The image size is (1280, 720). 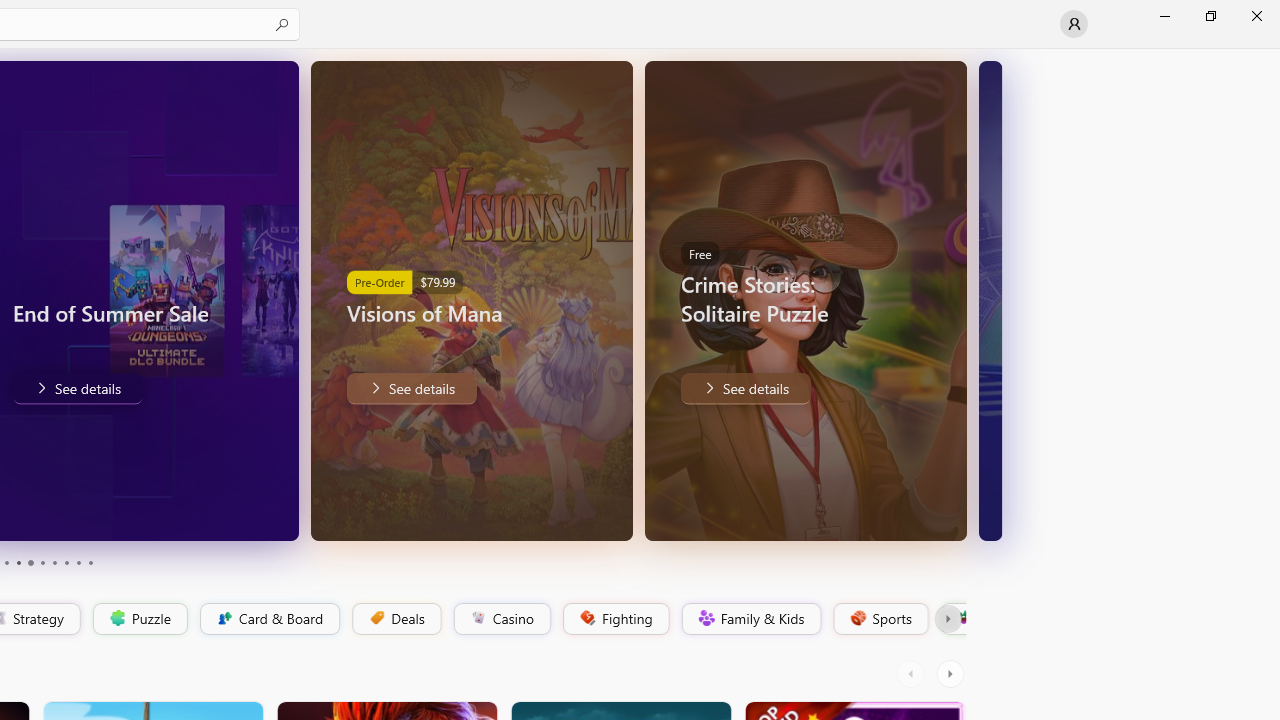 What do you see at coordinates (951, 673) in the screenshot?
I see `'AutomationID: RightScrollButton'` at bounding box center [951, 673].